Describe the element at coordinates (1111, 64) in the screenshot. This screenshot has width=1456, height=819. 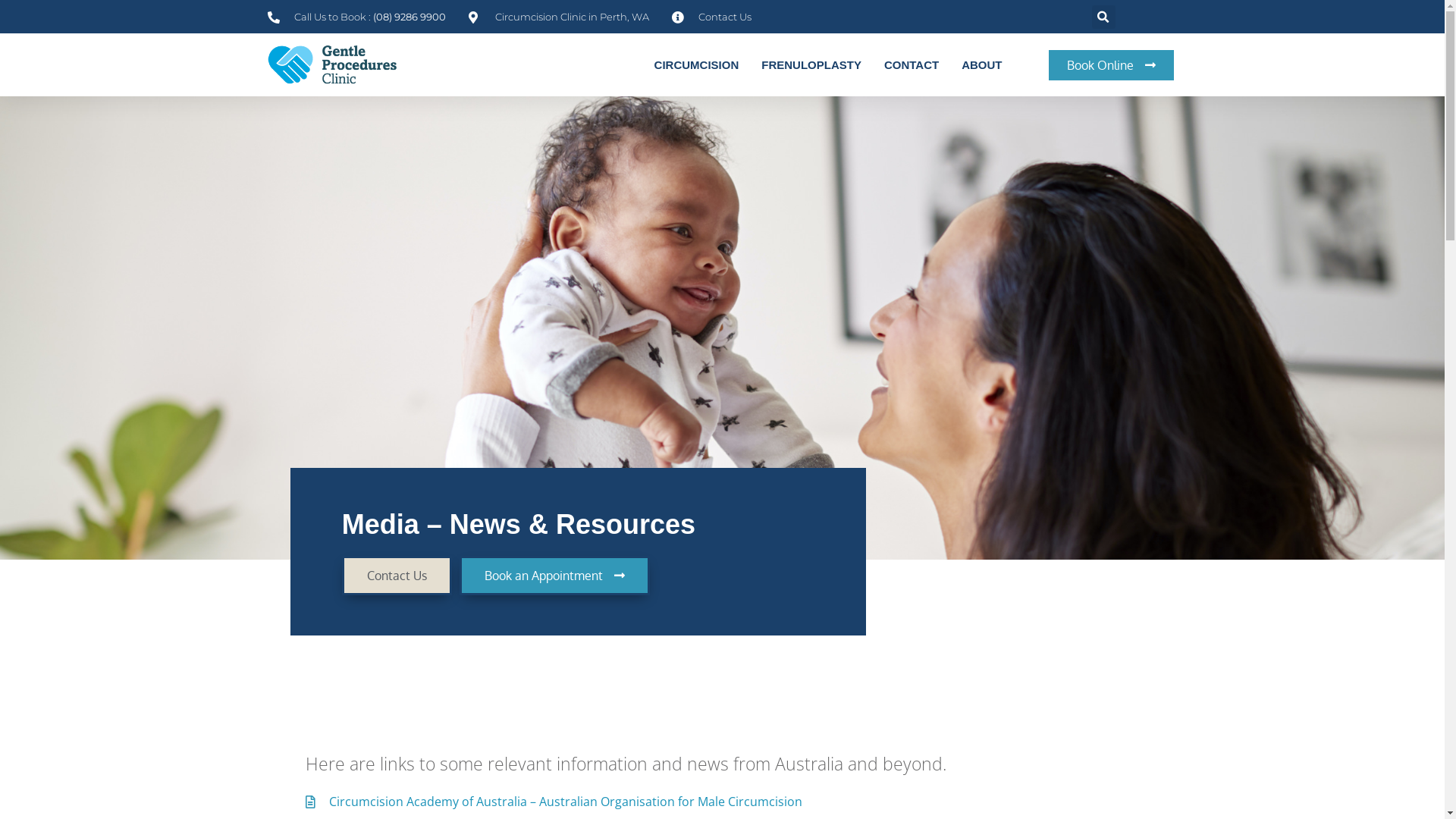
I see `'Book Online'` at that location.